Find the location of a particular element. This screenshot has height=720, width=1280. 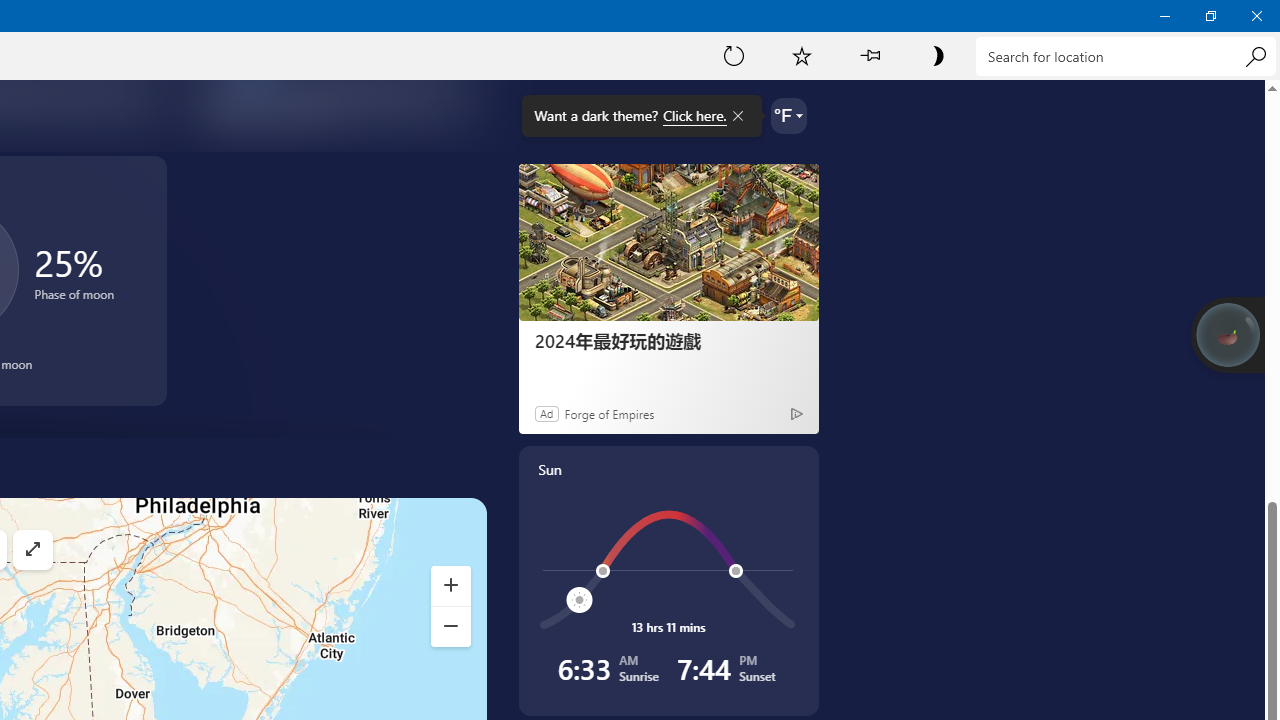

'Minimize Weather' is located at coordinates (1164, 15).